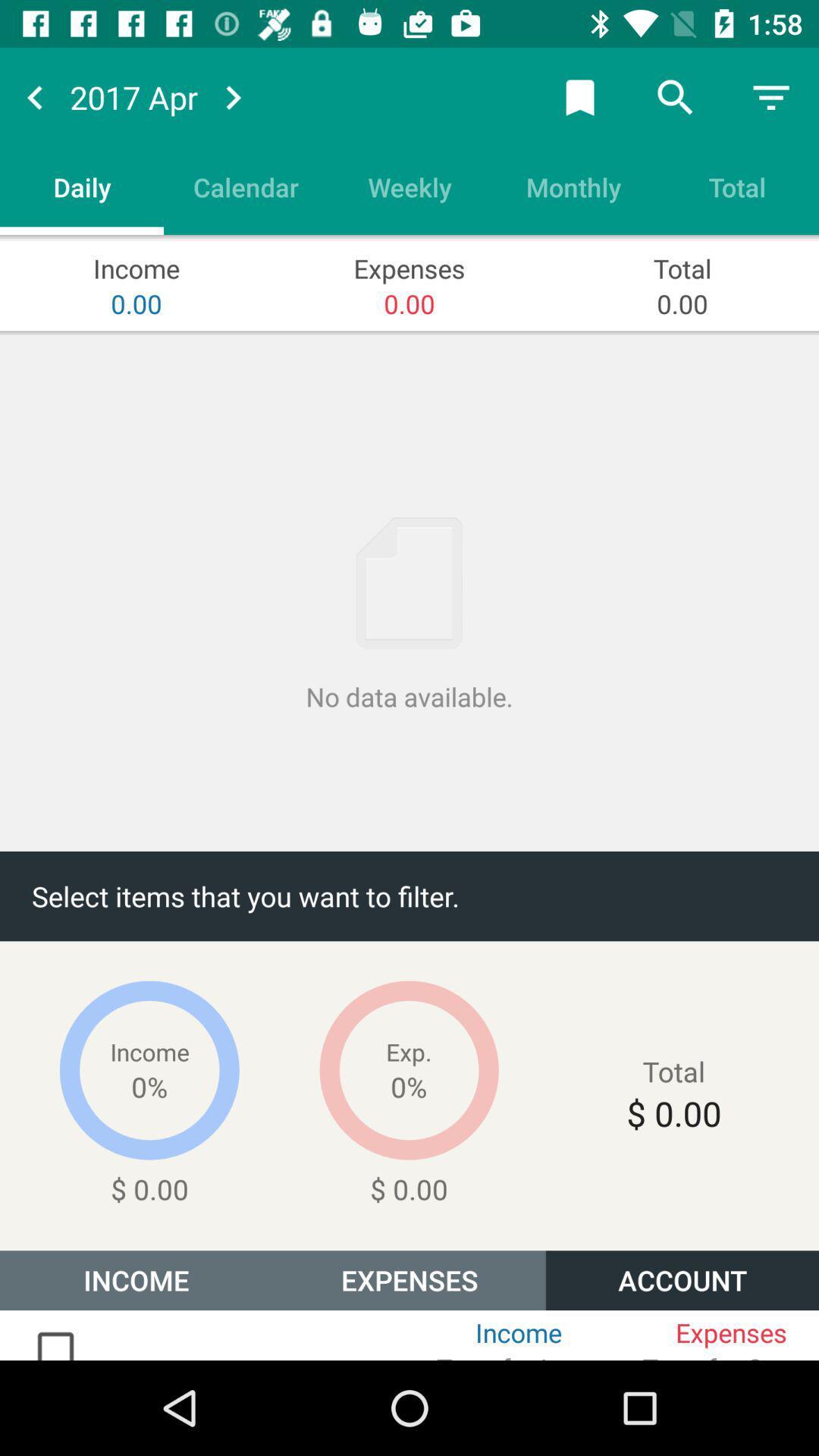 Image resolution: width=819 pixels, height=1456 pixels. Describe the element at coordinates (579, 96) in the screenshot. I see `the bookmark icon` at that location.